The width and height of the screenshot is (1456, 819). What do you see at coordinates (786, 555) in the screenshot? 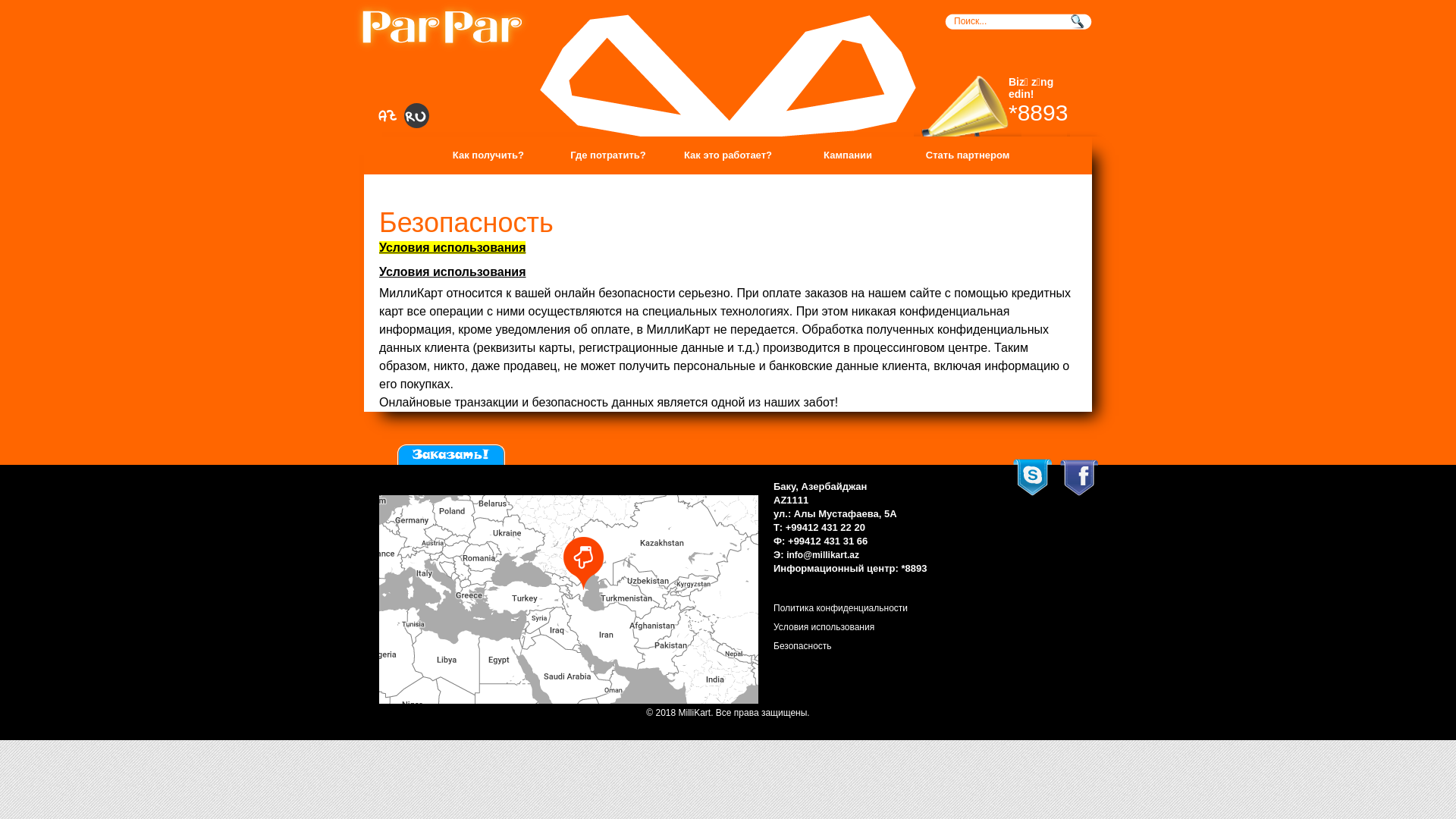
I see `'info@millikart.az'` at bounding box center [786, 555].